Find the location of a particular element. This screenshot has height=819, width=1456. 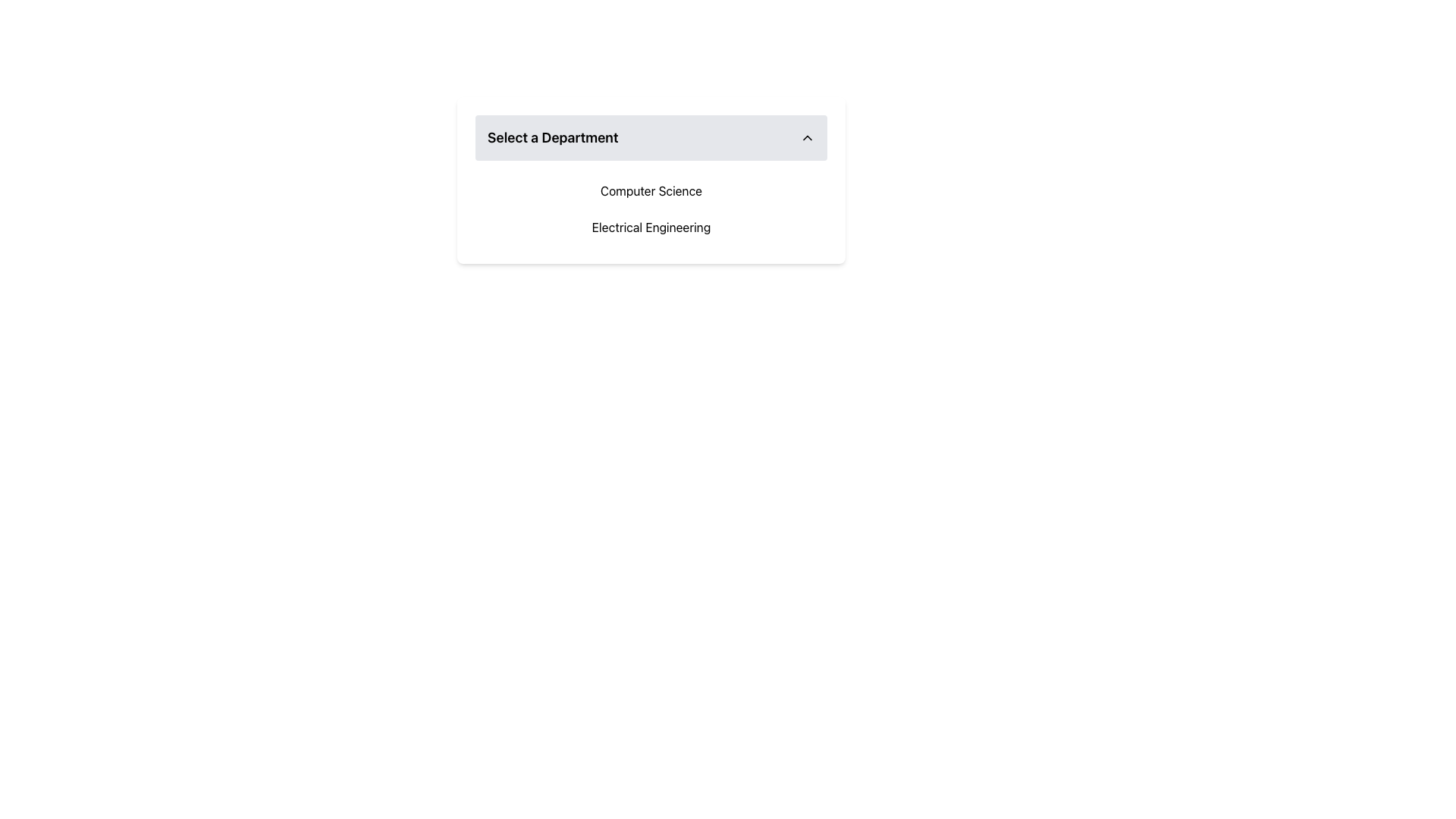

the Dropdown selector labeled 'Select a Department' is located at coordinates (651, 137).